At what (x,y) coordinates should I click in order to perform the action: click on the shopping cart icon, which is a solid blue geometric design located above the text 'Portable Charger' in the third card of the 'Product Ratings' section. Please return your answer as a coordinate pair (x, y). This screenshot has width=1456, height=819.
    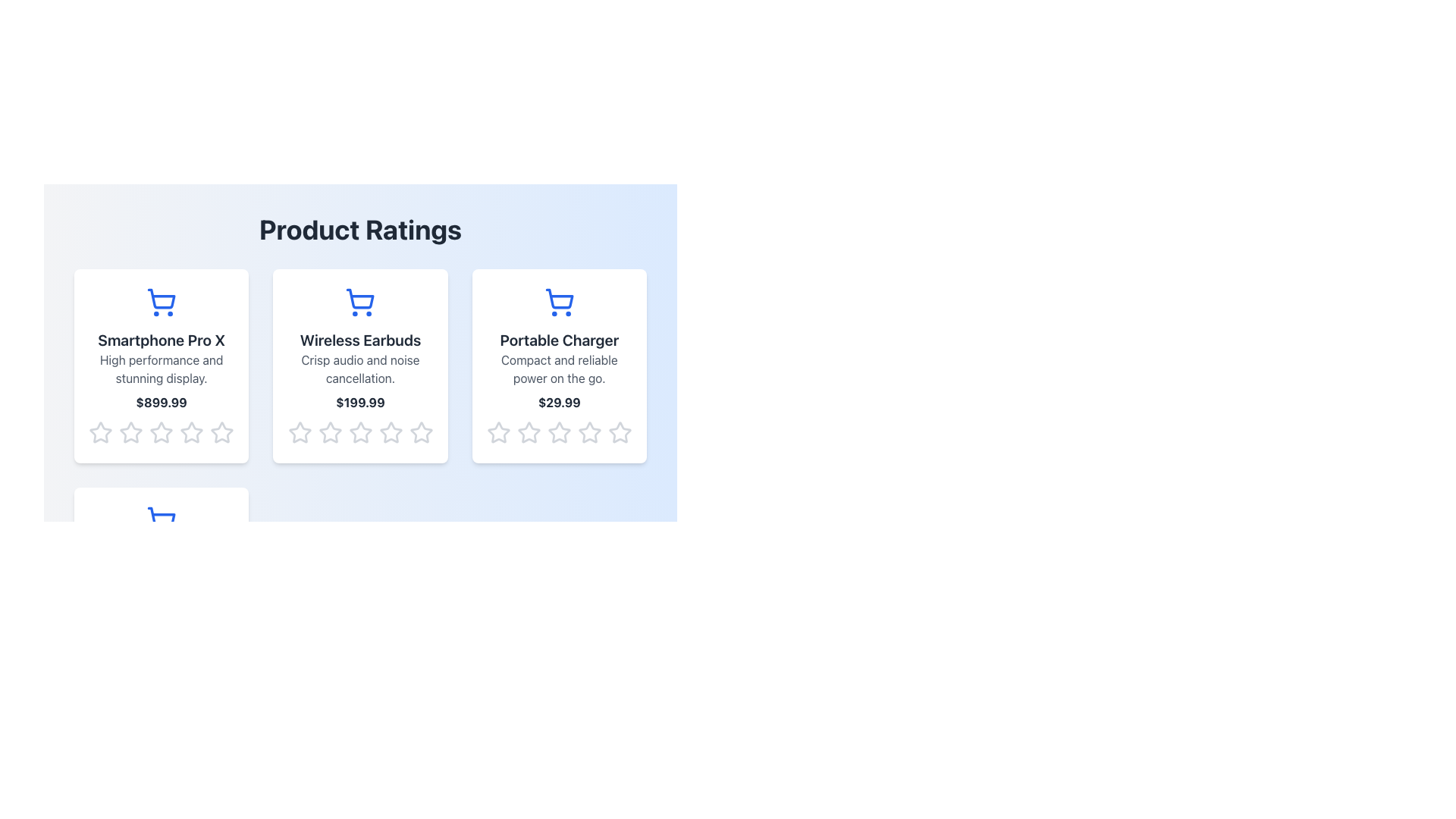
    Looking at the image, I should click on (558, 302).